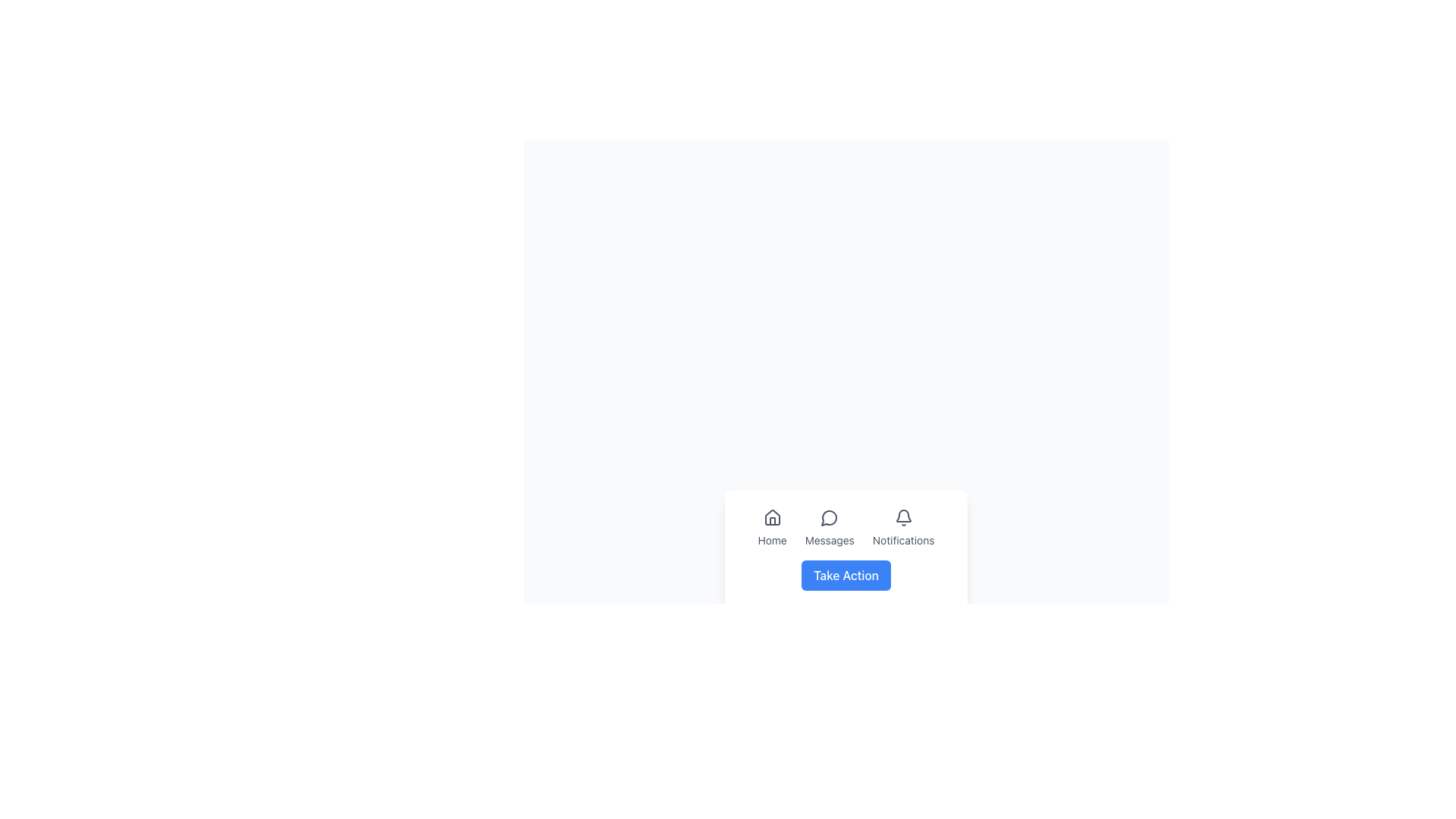  Describe the element at coordinates (903, 516) in the screenshot. I see `the bell icon, which serves as a visual indicator for the 'Notifications' menu` at that location.